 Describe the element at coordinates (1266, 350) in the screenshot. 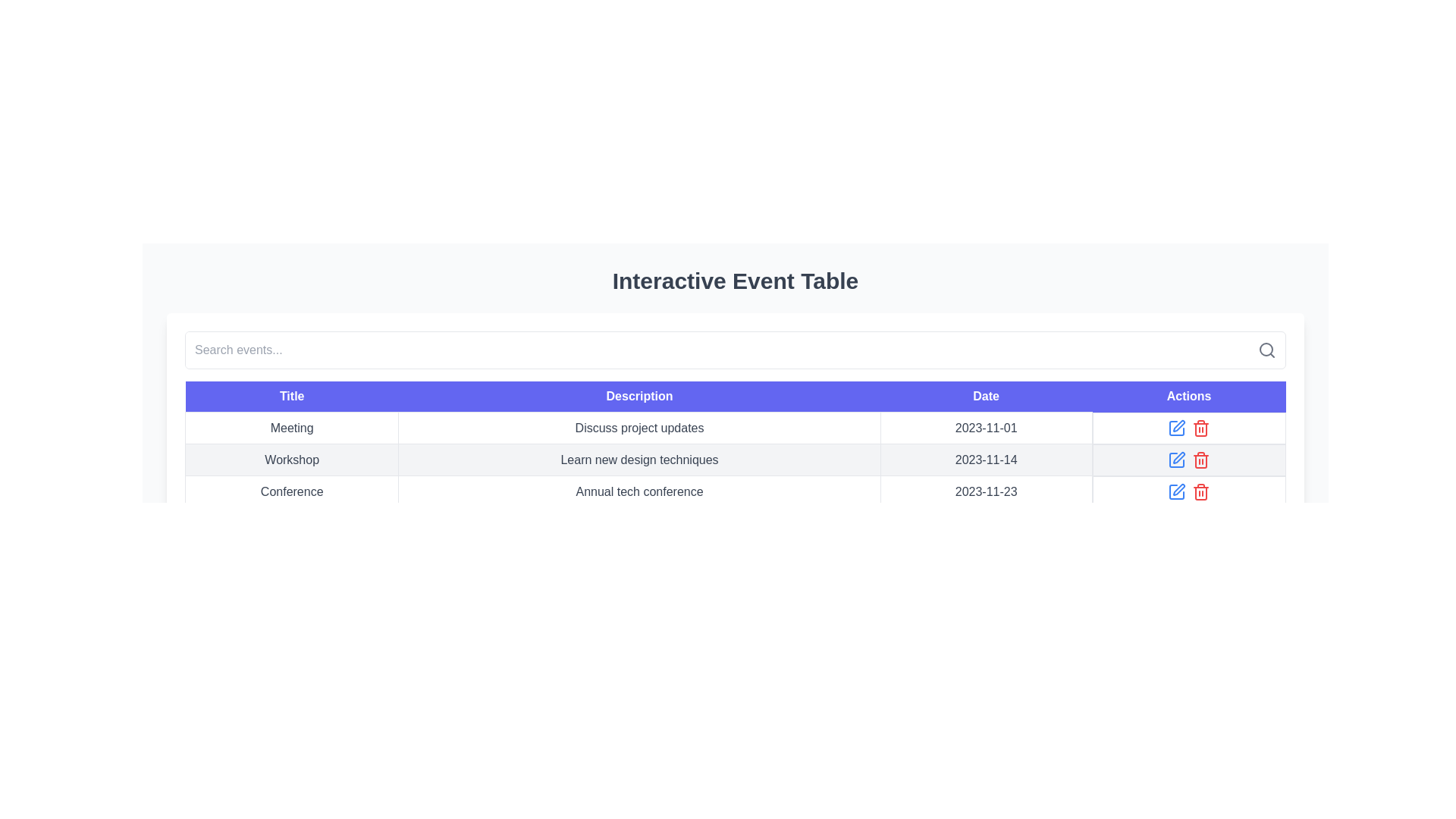

I see `the Circle component located at the center of the magnifying glass icon in the top-right area of the interface` at that location.